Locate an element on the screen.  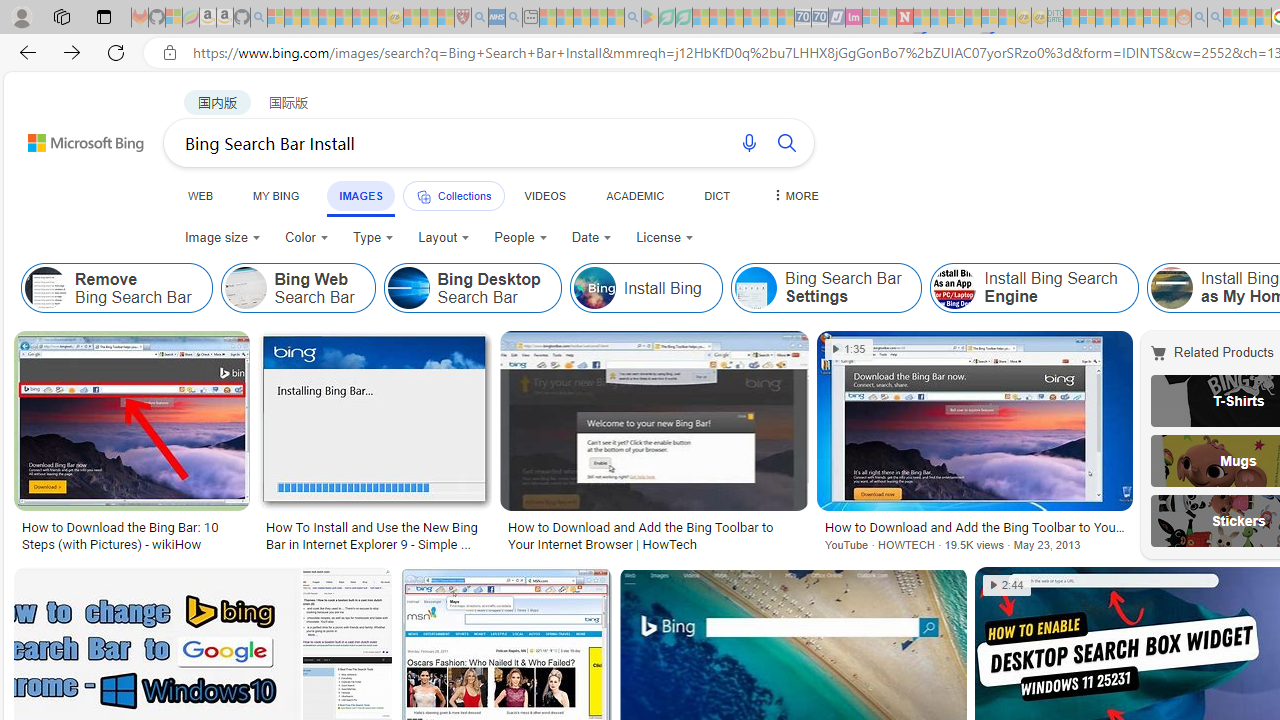
'Bing Search Bar Settings' is located at coordinates (826, 288).